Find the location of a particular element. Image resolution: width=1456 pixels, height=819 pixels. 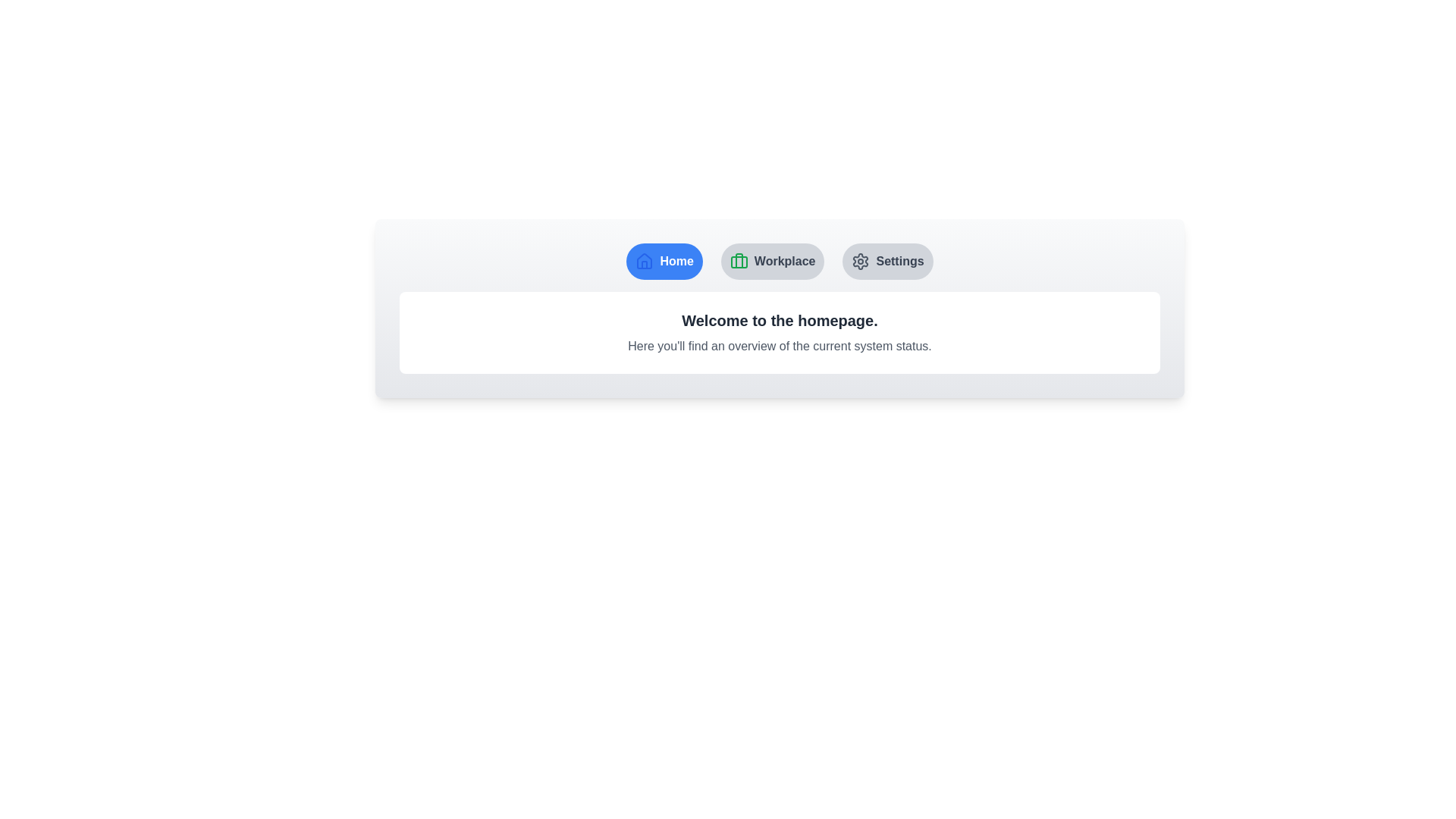

the Home tab is located at coordinates (664, 260).